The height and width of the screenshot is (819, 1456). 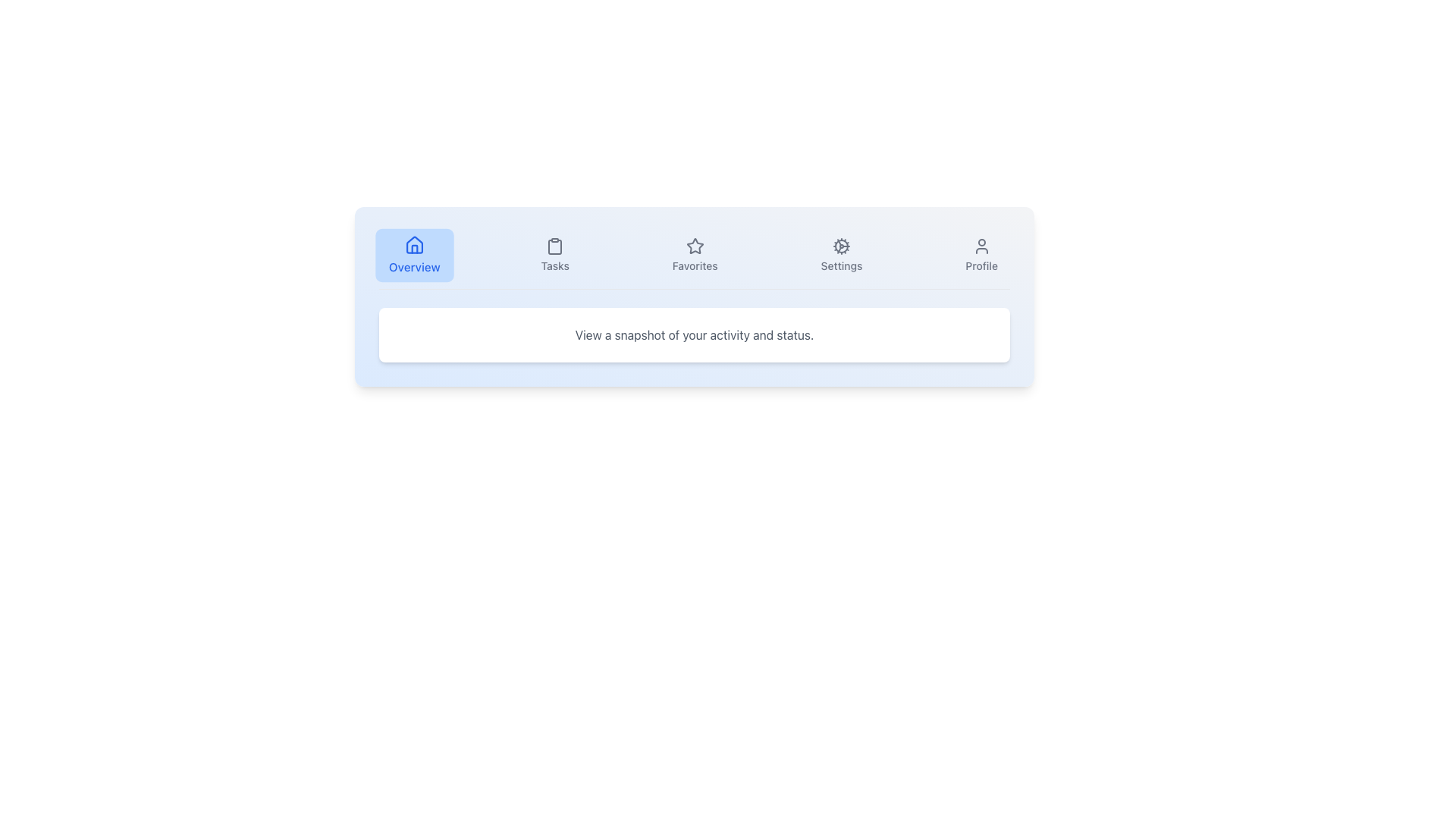 I want to click on the Navigation Button that features a house icon and the text 'Overview', so click(x=414, y=254).